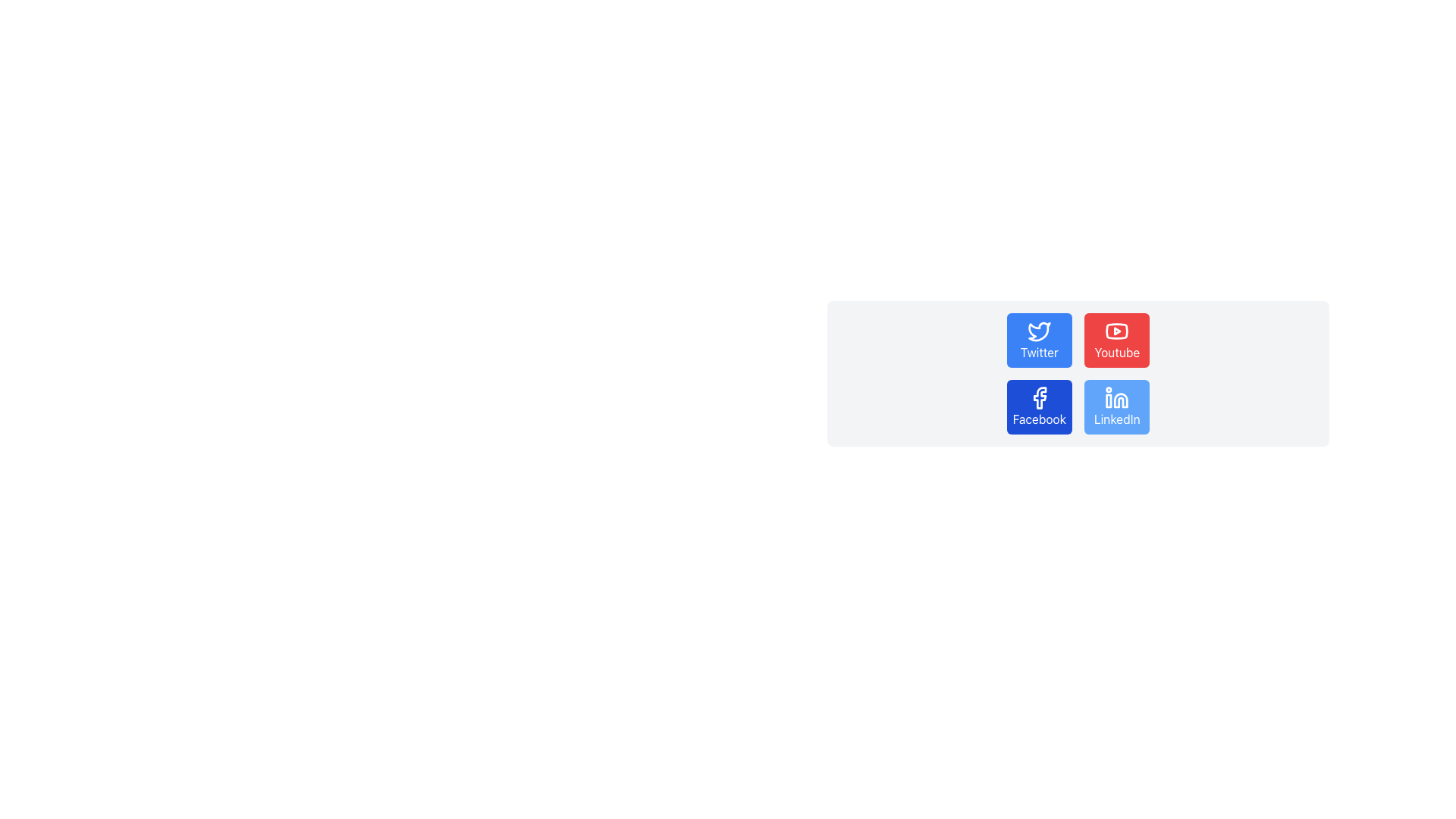 Image resolution: width=1456 pixels, height=819 pixels. What do you see at coordinates (1038, 397) in the screenshot?
I see `the blue Facebook icon shaped like the letter 'f'` at bounding box center [1038, 397].